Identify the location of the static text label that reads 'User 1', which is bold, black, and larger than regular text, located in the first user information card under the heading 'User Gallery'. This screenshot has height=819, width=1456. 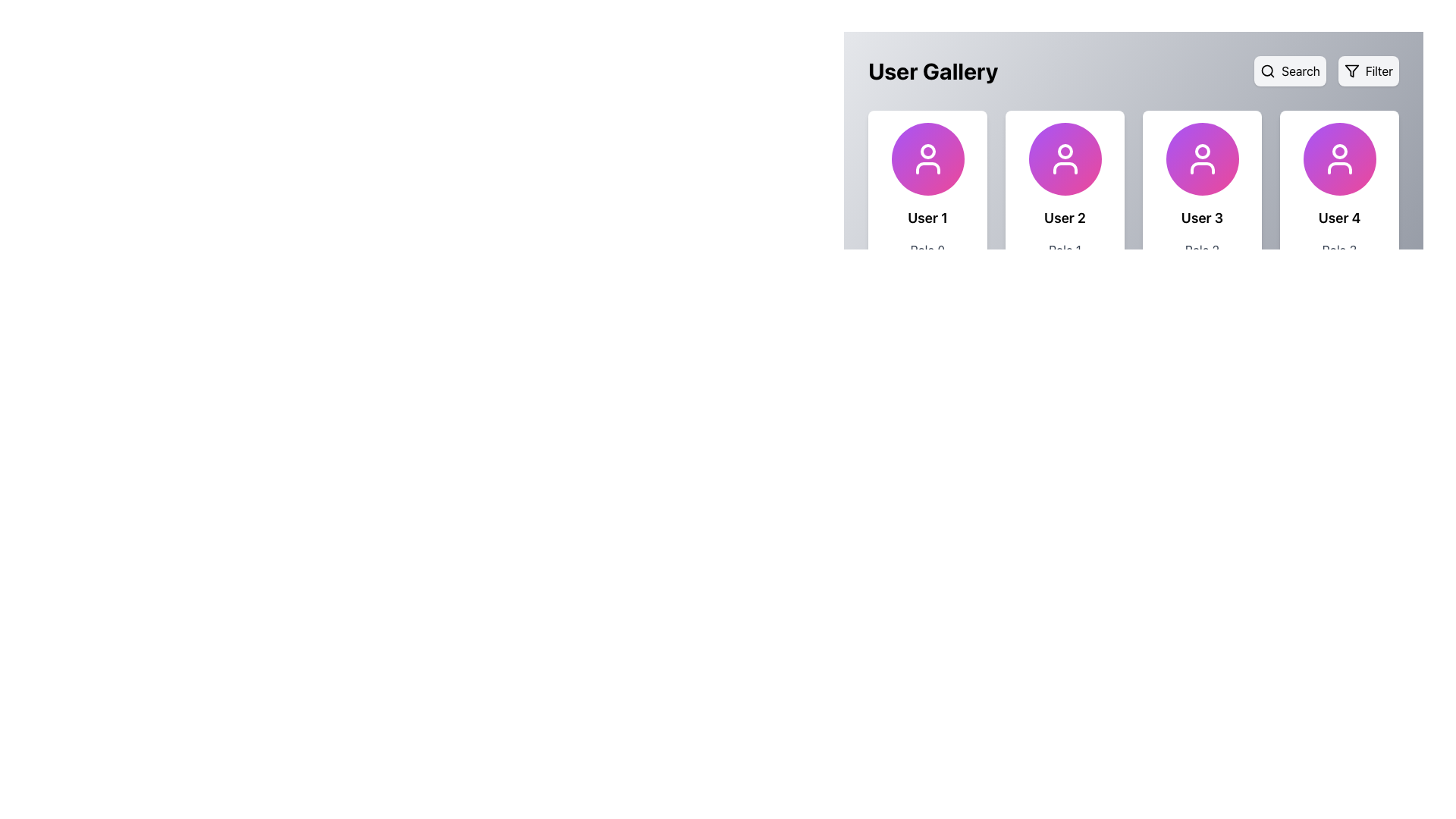
(927, 218).